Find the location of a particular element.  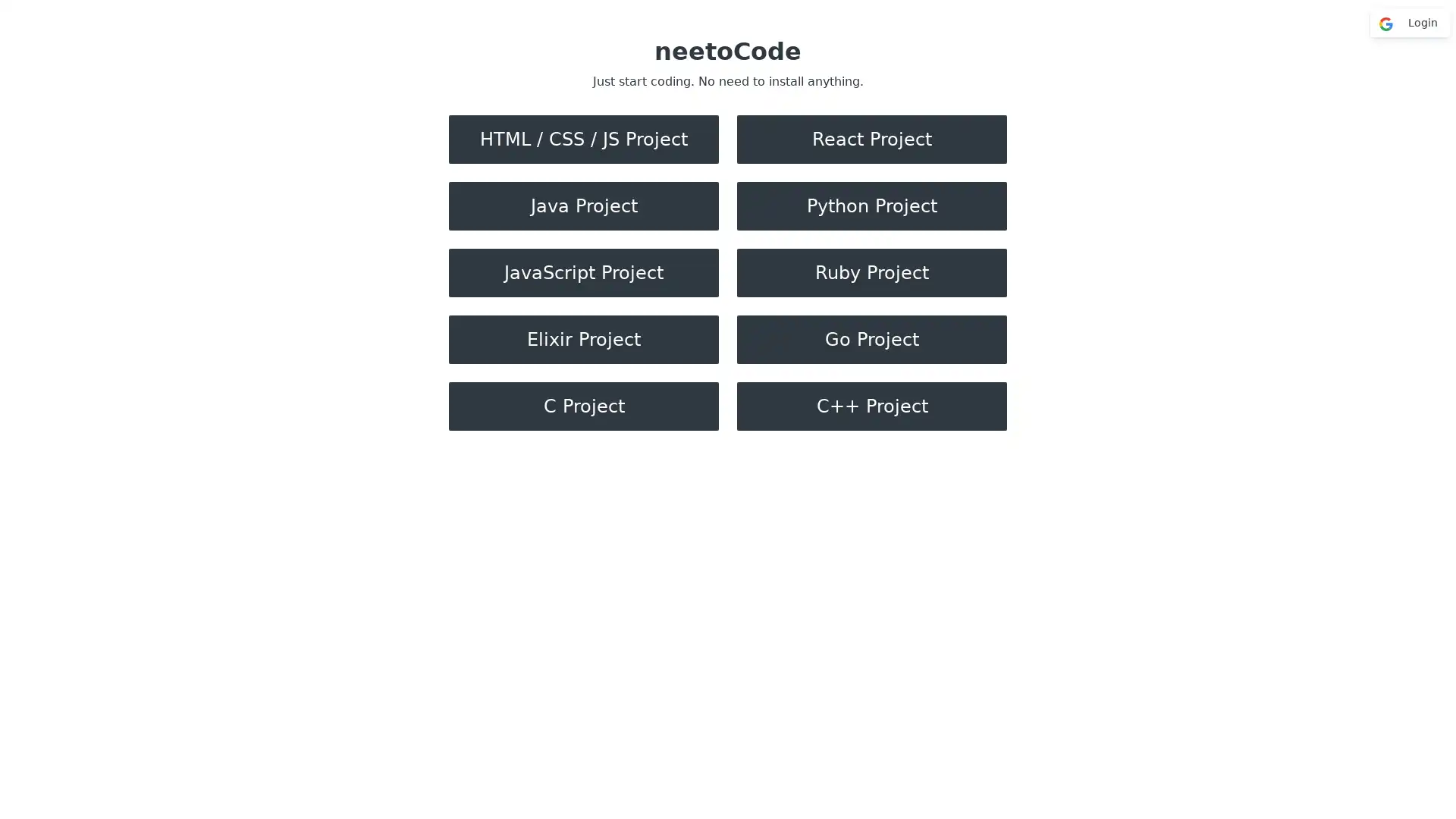

Ruby Project is located at coordinates (872, 271).